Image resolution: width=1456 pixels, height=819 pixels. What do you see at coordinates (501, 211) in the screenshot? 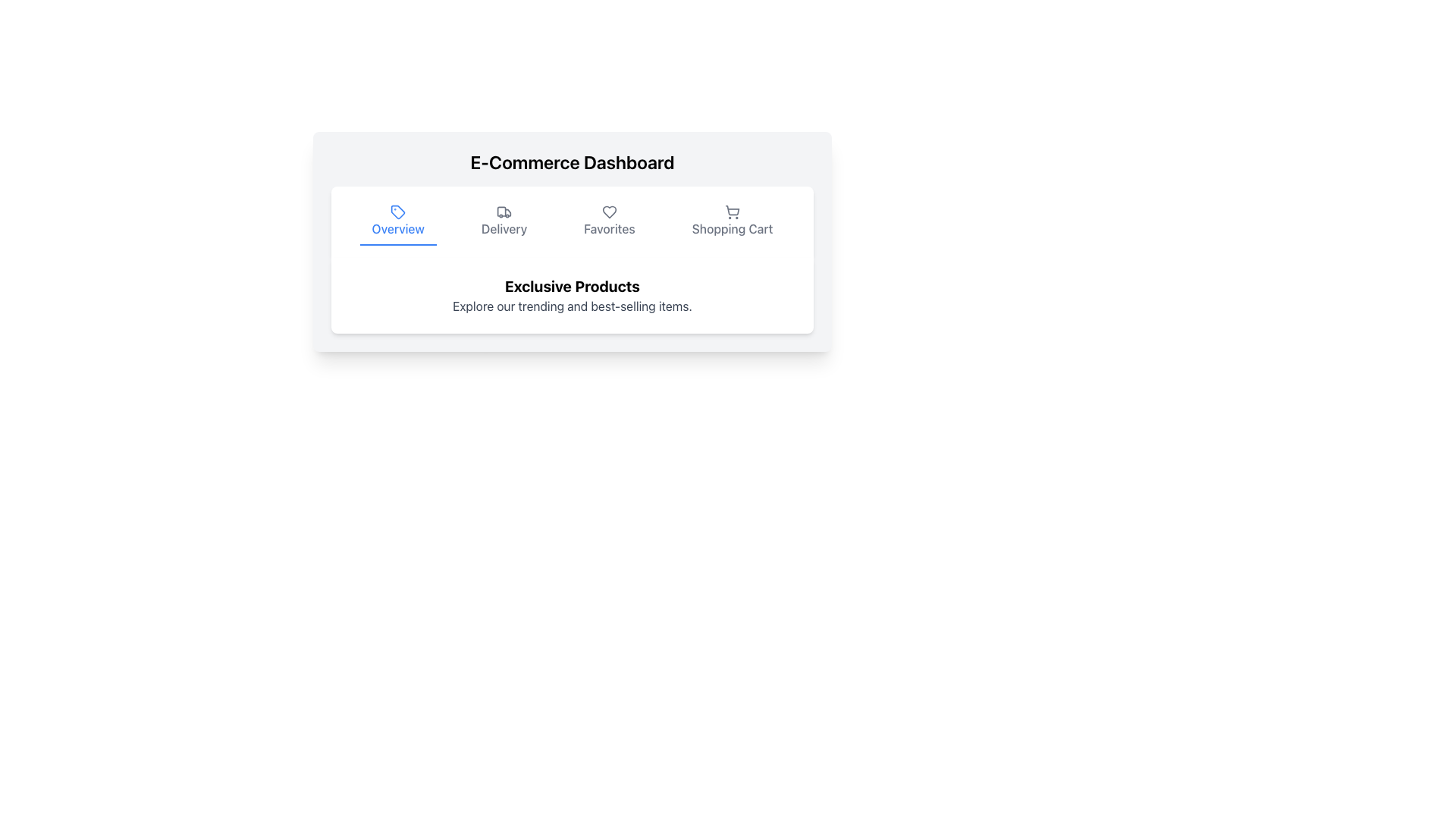
I see `the delivery icon button, which resembles a truck and is located adjacent to the 'Overview' and 'Favorites' icons in the navigation area` at bounding box center [501, 211].